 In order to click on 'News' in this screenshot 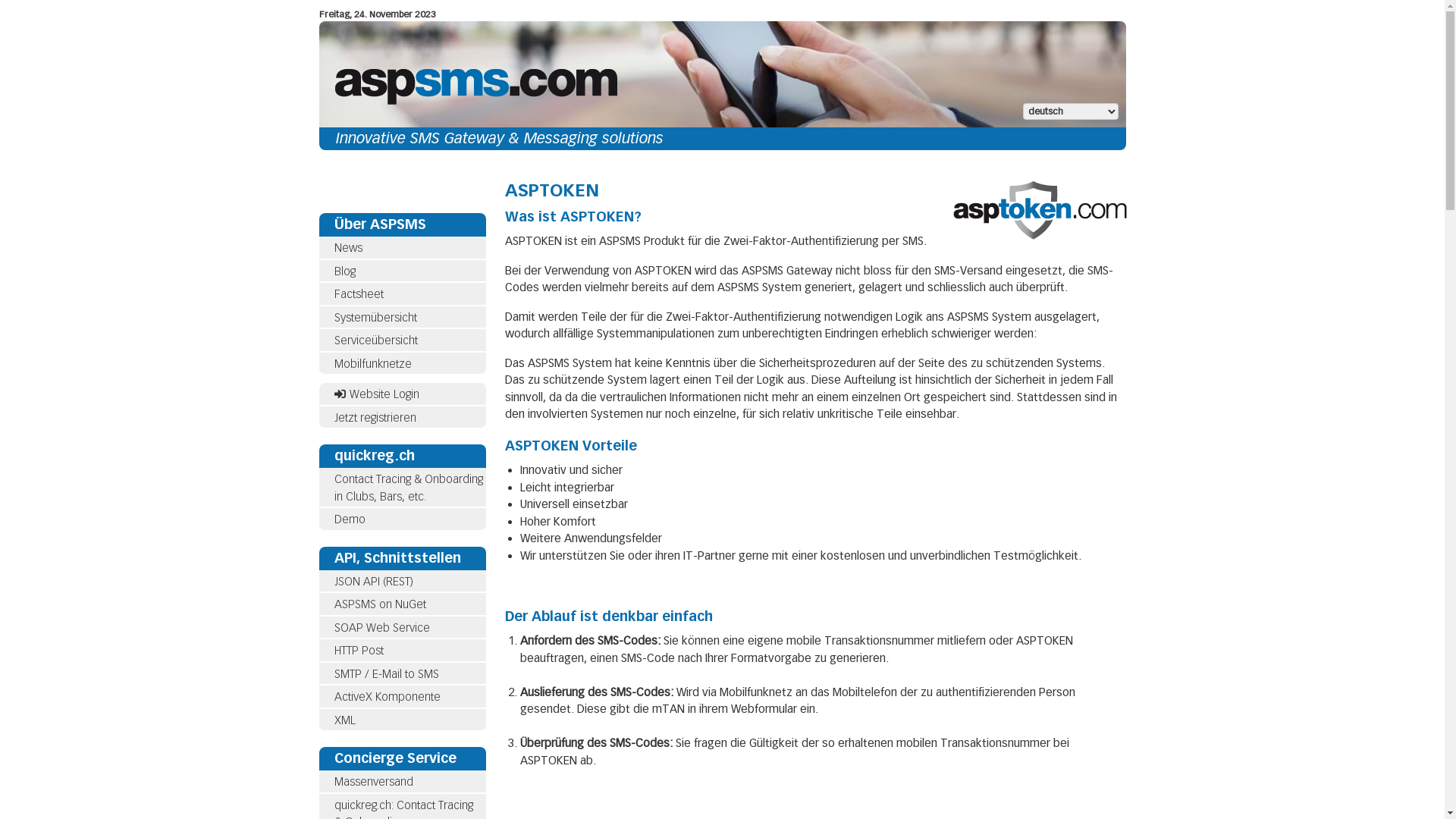, I will do `click(347, 247)`.